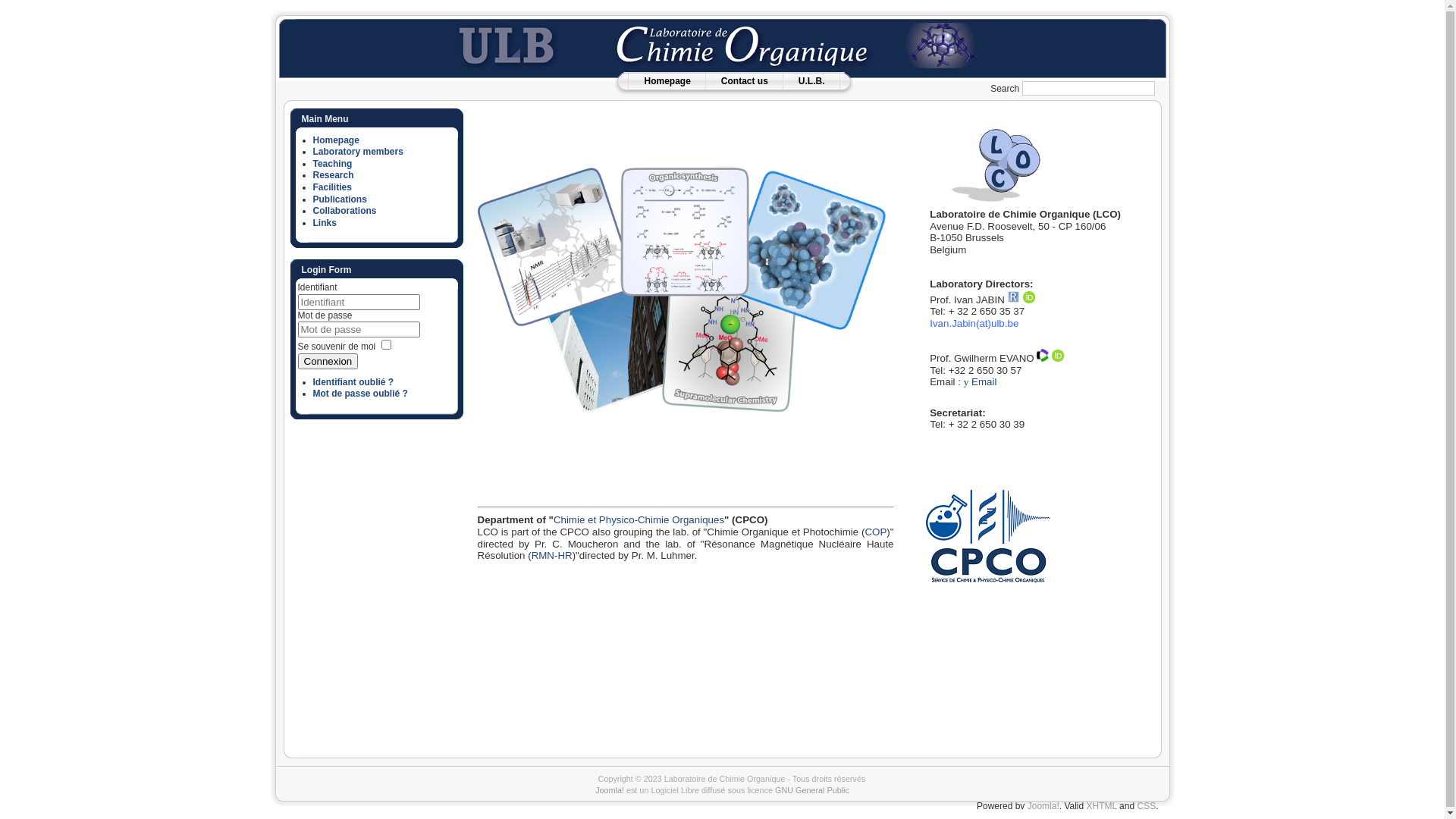 The height and width of the screenshot is (819, 1456). What do you see at coordinates (312, 152) in the screenshot?
I see `'Laboratory members'` at bounding box center [312, 152].